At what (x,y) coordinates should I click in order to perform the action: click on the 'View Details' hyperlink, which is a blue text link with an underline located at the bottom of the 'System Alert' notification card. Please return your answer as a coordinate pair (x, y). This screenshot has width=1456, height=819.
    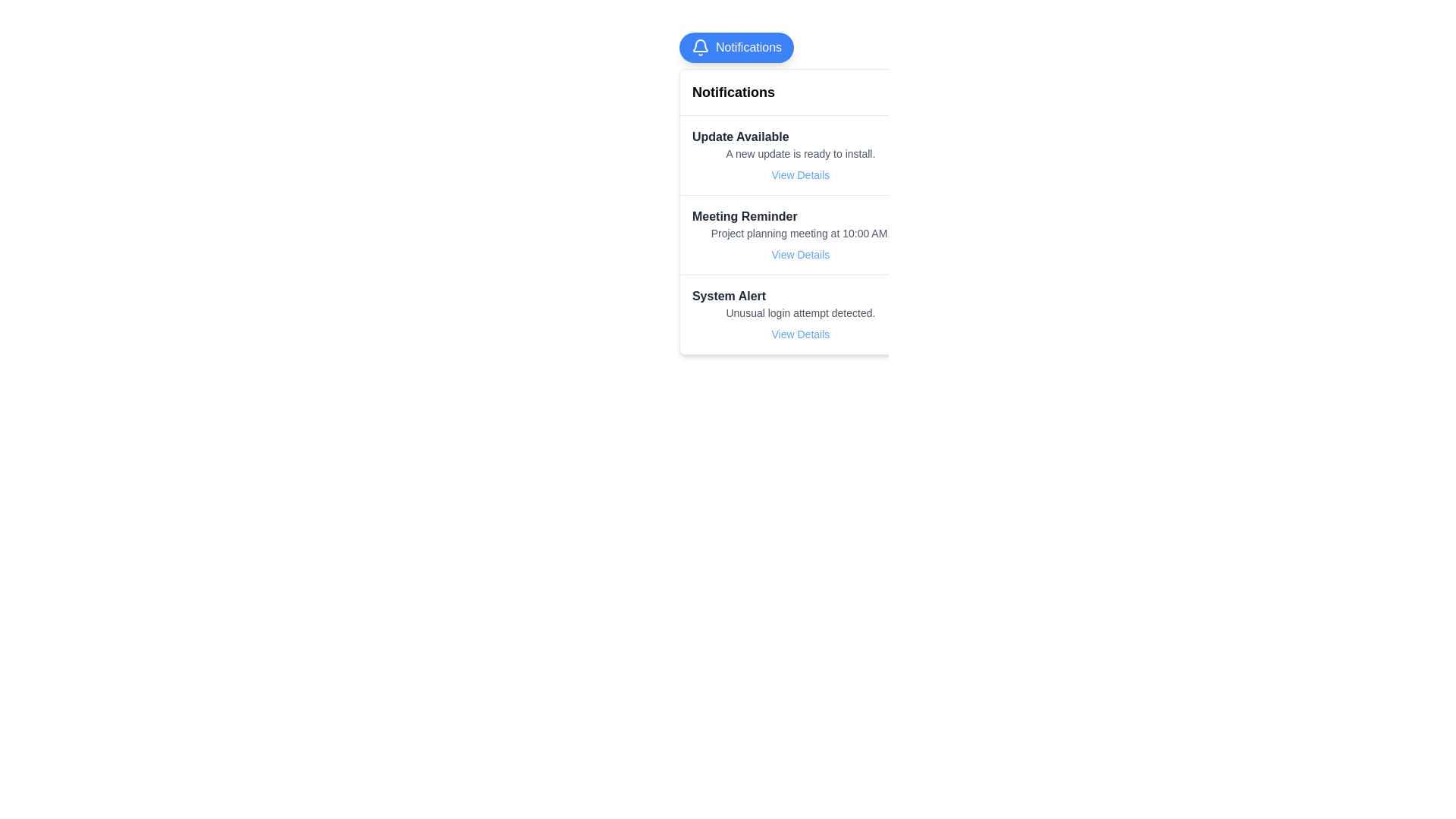
    Looking at the image, I should click on (800, 333).